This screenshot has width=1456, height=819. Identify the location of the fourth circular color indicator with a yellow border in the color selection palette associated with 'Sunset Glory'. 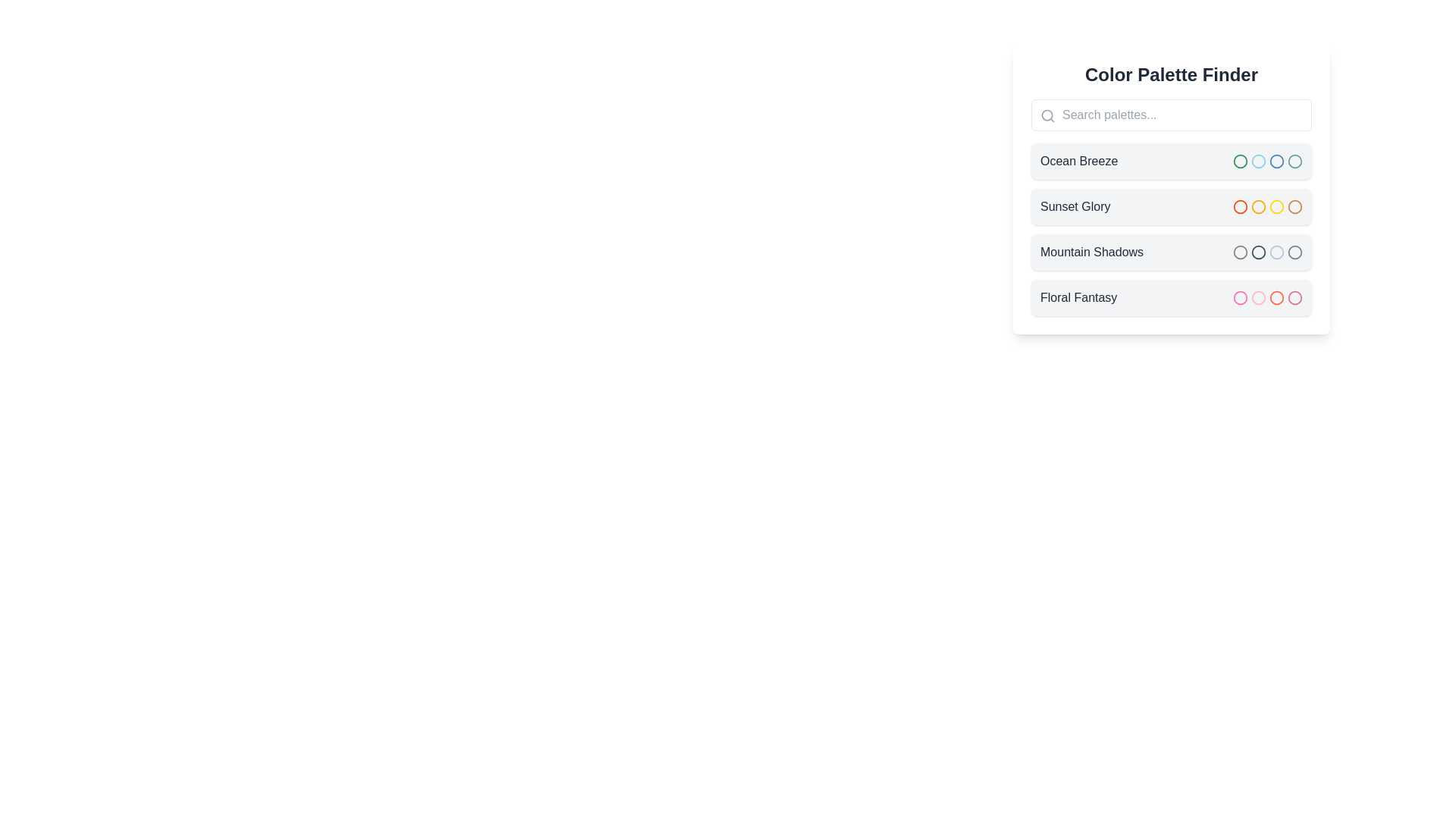
(1276, 207).